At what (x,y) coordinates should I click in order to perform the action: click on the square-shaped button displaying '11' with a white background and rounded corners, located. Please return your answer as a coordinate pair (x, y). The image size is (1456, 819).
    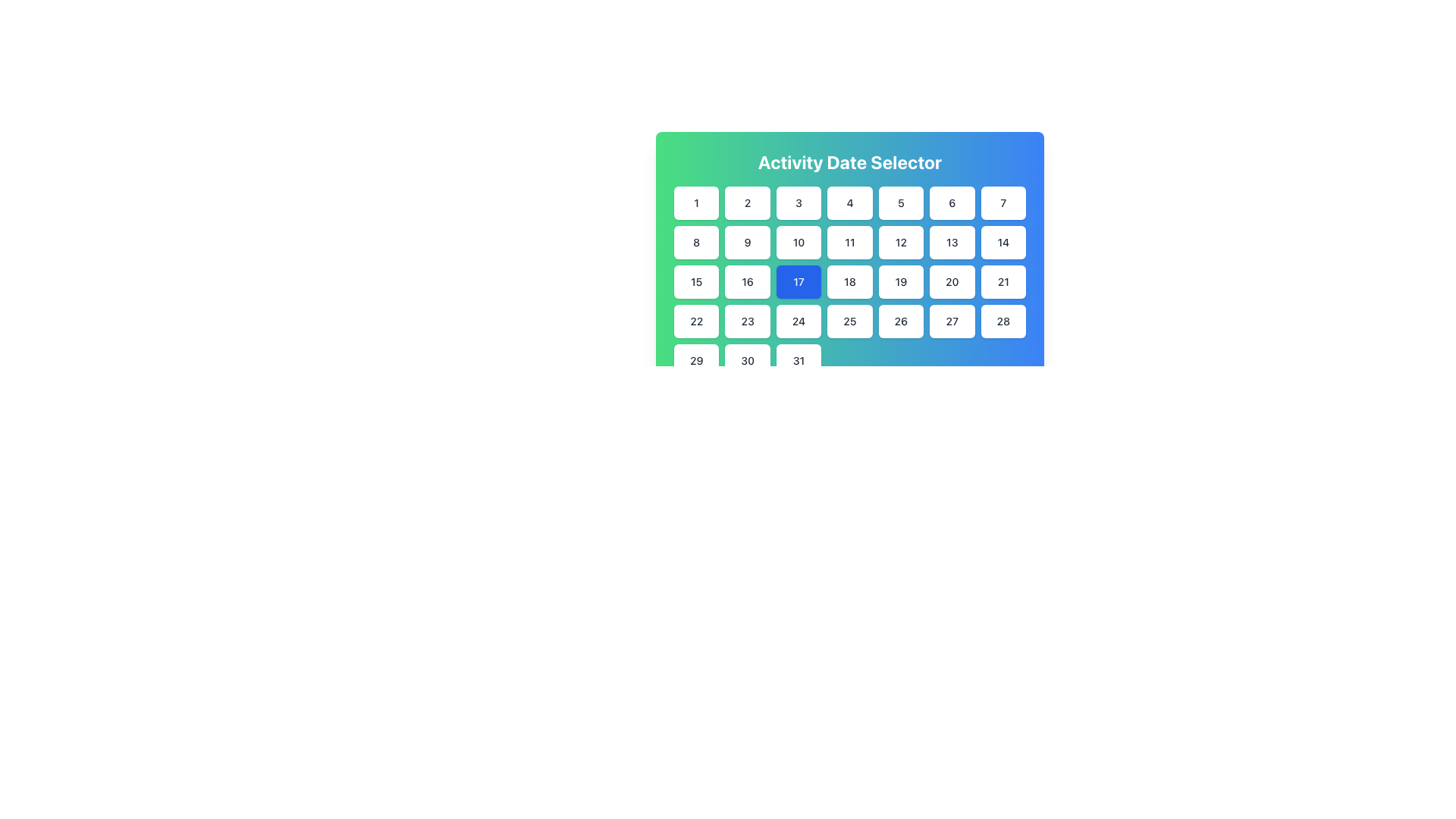
    Looking at the image, I should click on (849, 242).